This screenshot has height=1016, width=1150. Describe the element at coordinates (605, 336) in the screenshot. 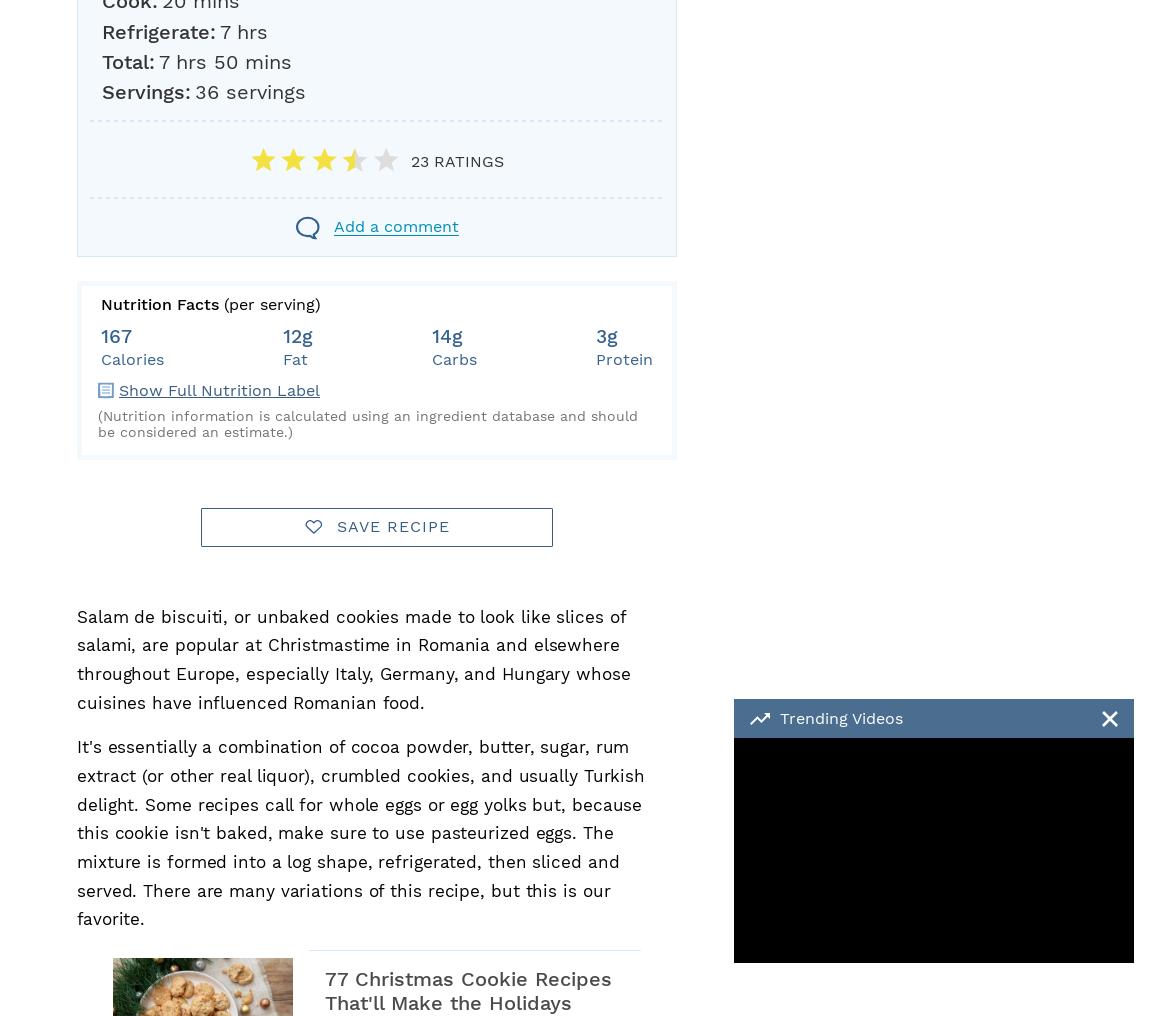

I see `'3g'` at that location.